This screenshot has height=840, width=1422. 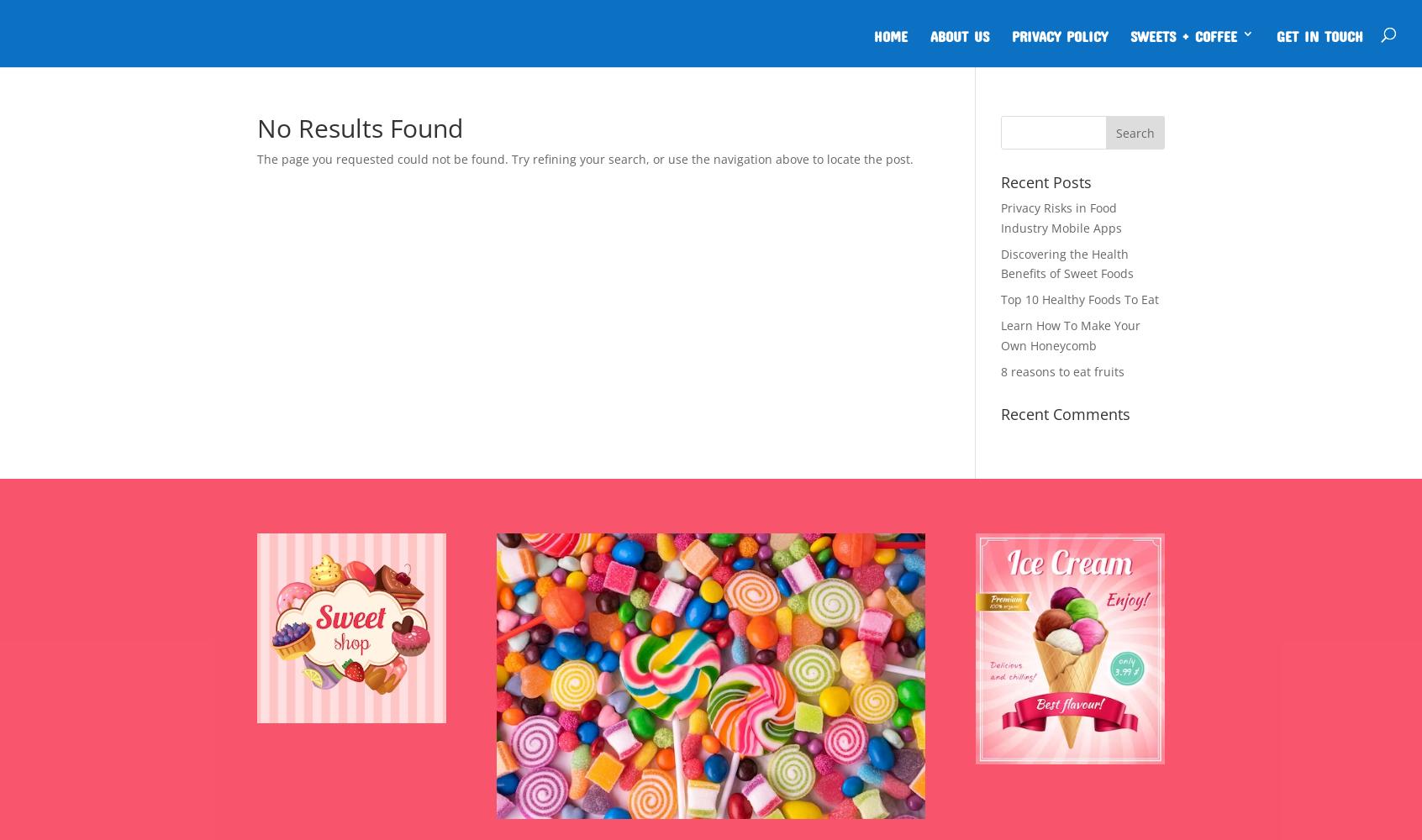 What do you see at coordinates (958, 34) in the screenshot?
I see `'About Us'` at bounding box center [958, 34].